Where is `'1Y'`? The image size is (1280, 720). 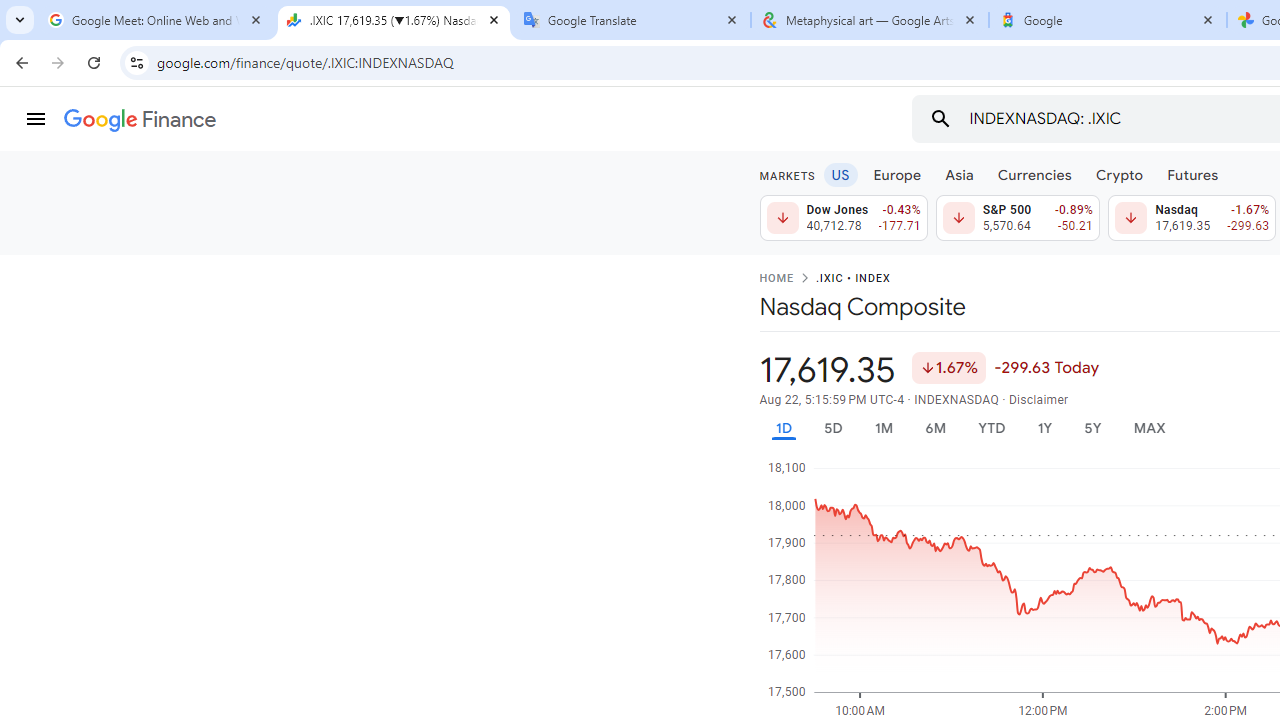 '1Y' is located at coordinates (1044, 427).